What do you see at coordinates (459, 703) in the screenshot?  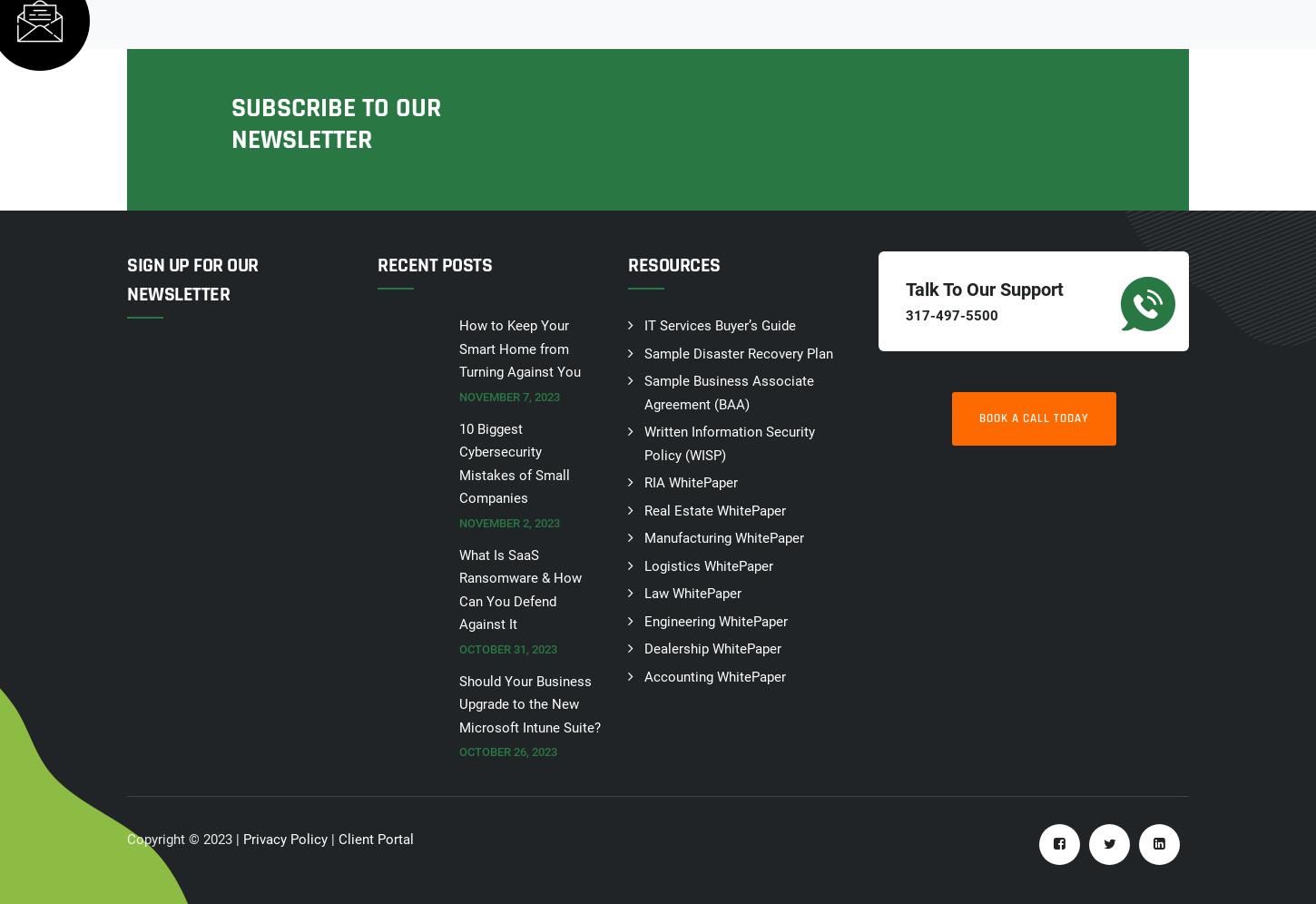 I see `'Should Your Business Upgrade to the New Microsoft Intune Suite?'` at bounding box center [459, 703].